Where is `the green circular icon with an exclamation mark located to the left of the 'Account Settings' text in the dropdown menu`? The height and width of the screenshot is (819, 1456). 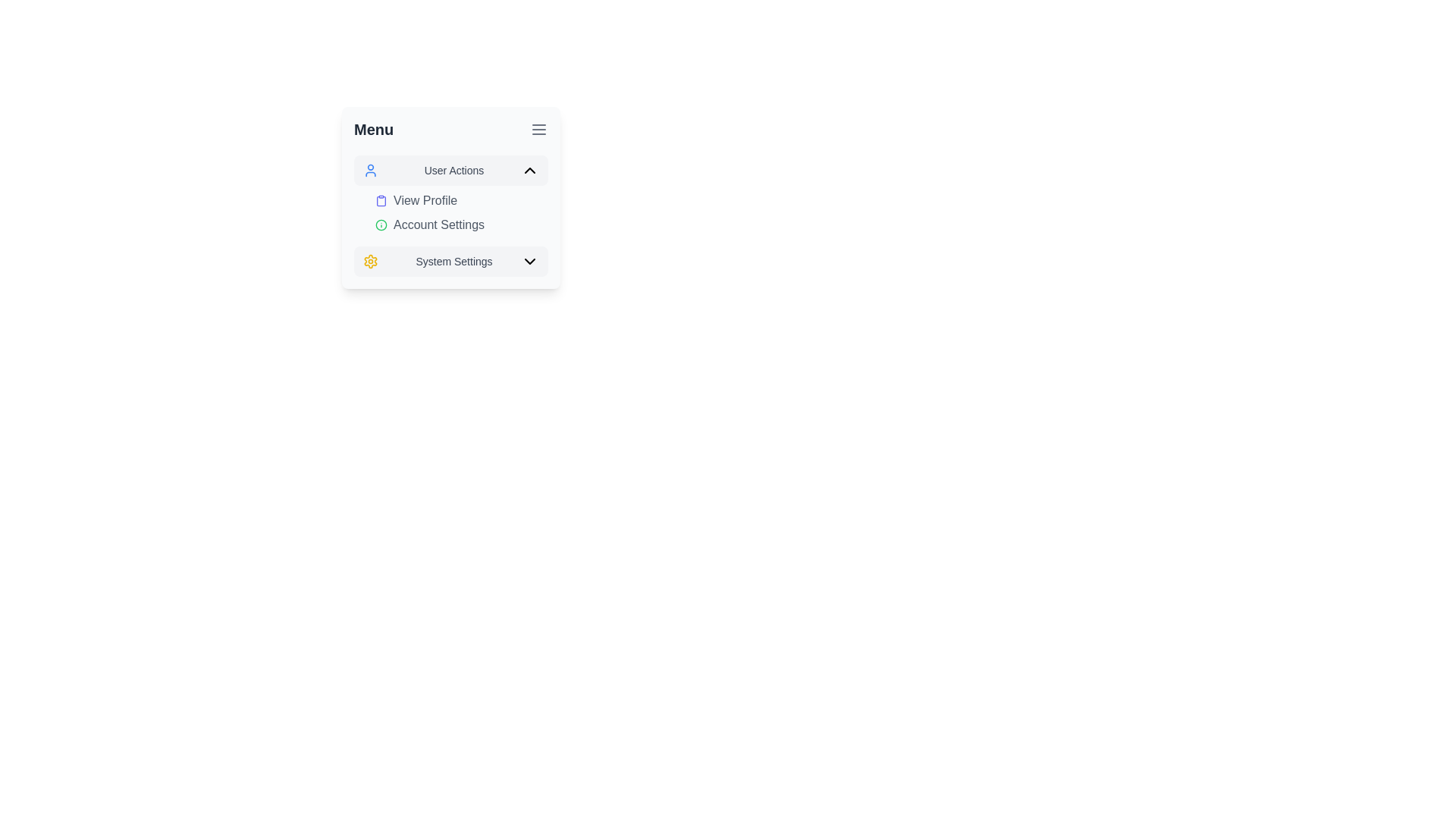 the green circular icon with an exclamation mark located to the left of the 'Account Settings' text in the dropdown menu is located at coordinates (381, 225).